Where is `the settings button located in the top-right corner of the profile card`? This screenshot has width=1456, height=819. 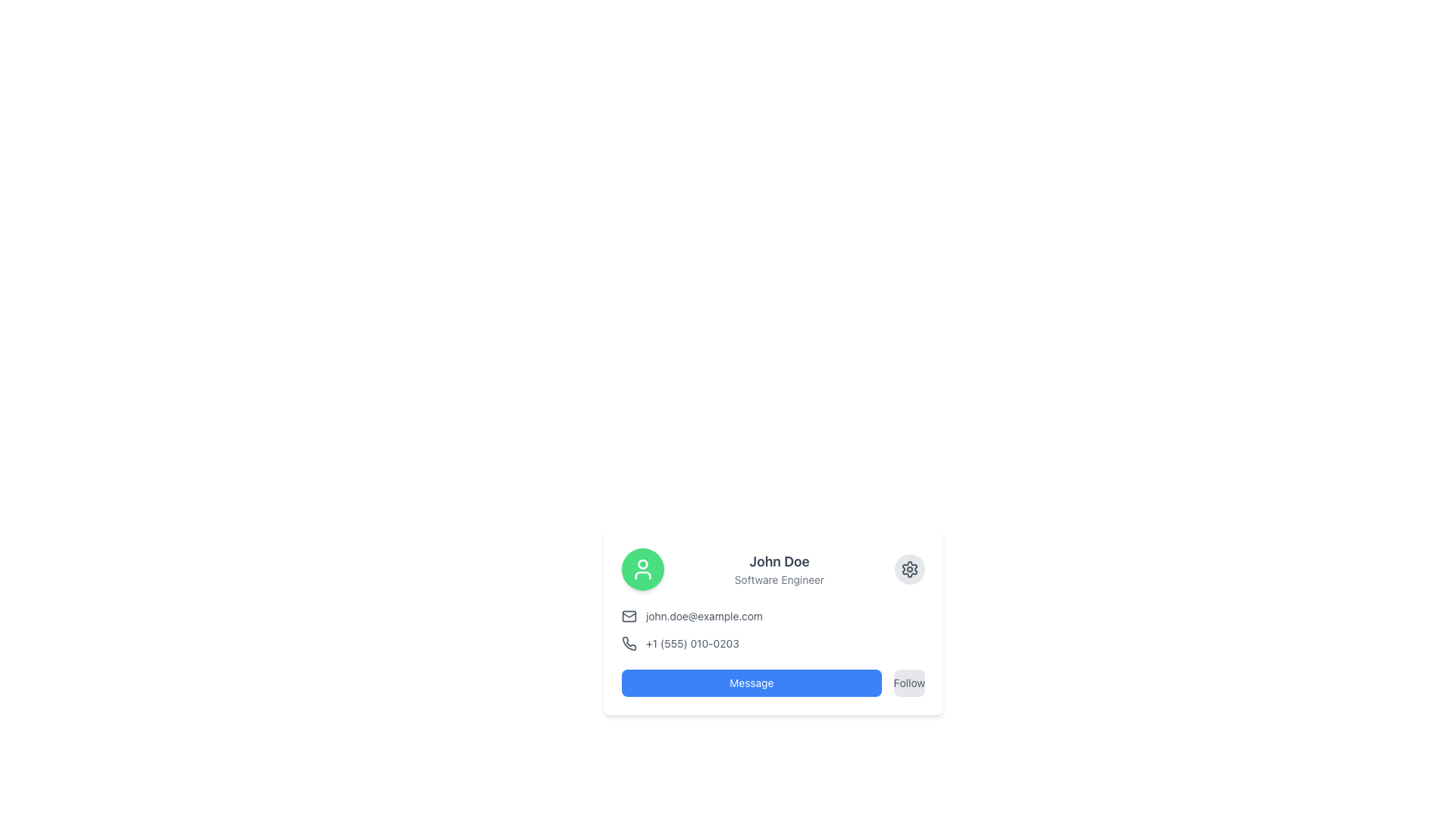
the settings button located in the top-right corner of the profile card is located at coordinates (910, 570).